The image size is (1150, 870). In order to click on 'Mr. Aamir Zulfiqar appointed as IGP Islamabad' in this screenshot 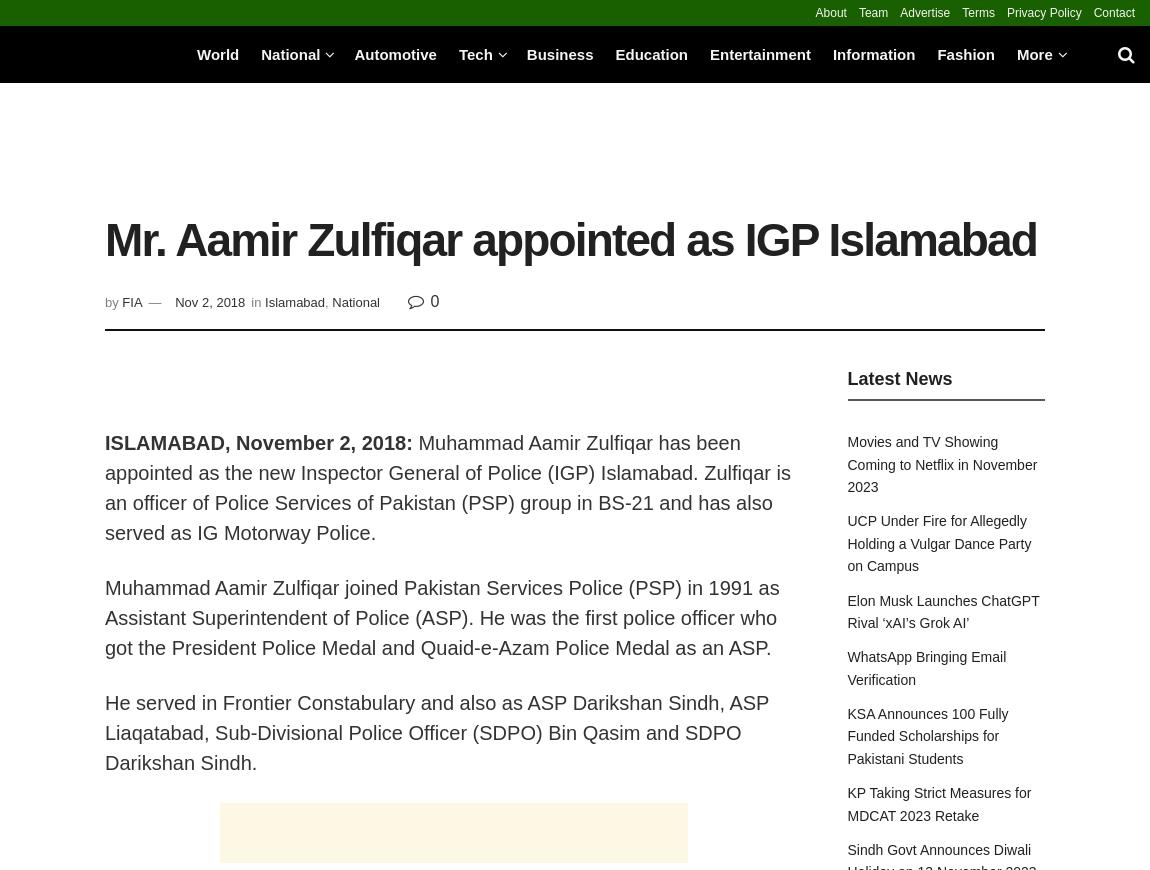, I will do `click(570, 240)`.